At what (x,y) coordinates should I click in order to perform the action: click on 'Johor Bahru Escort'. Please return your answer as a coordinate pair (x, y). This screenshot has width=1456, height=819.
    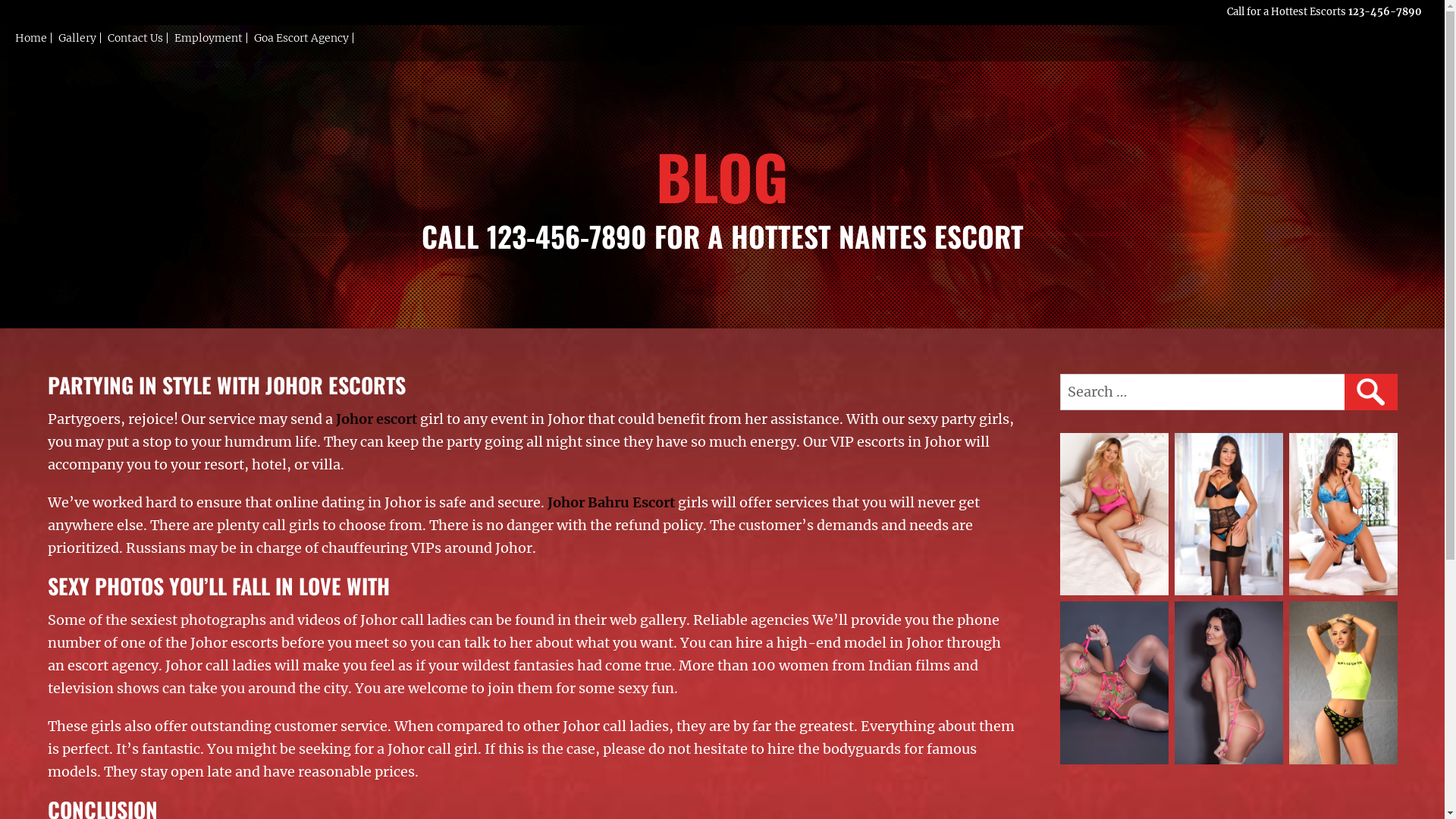
    Looking at the image, I should click on (611, 502).